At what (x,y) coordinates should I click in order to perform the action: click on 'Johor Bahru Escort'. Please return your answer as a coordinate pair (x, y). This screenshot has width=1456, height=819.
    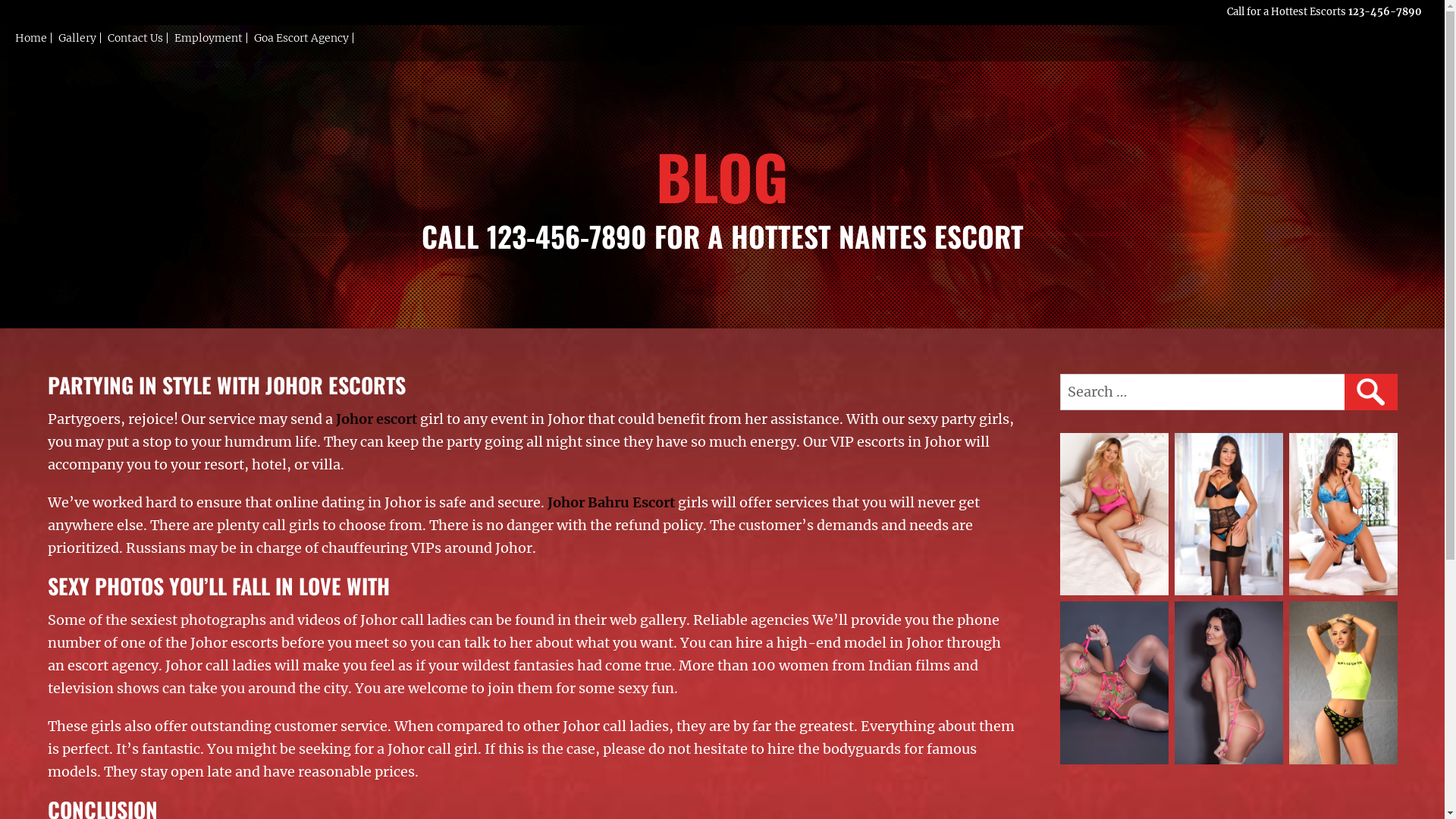
    Looking at the image, I should click on (611, 502).